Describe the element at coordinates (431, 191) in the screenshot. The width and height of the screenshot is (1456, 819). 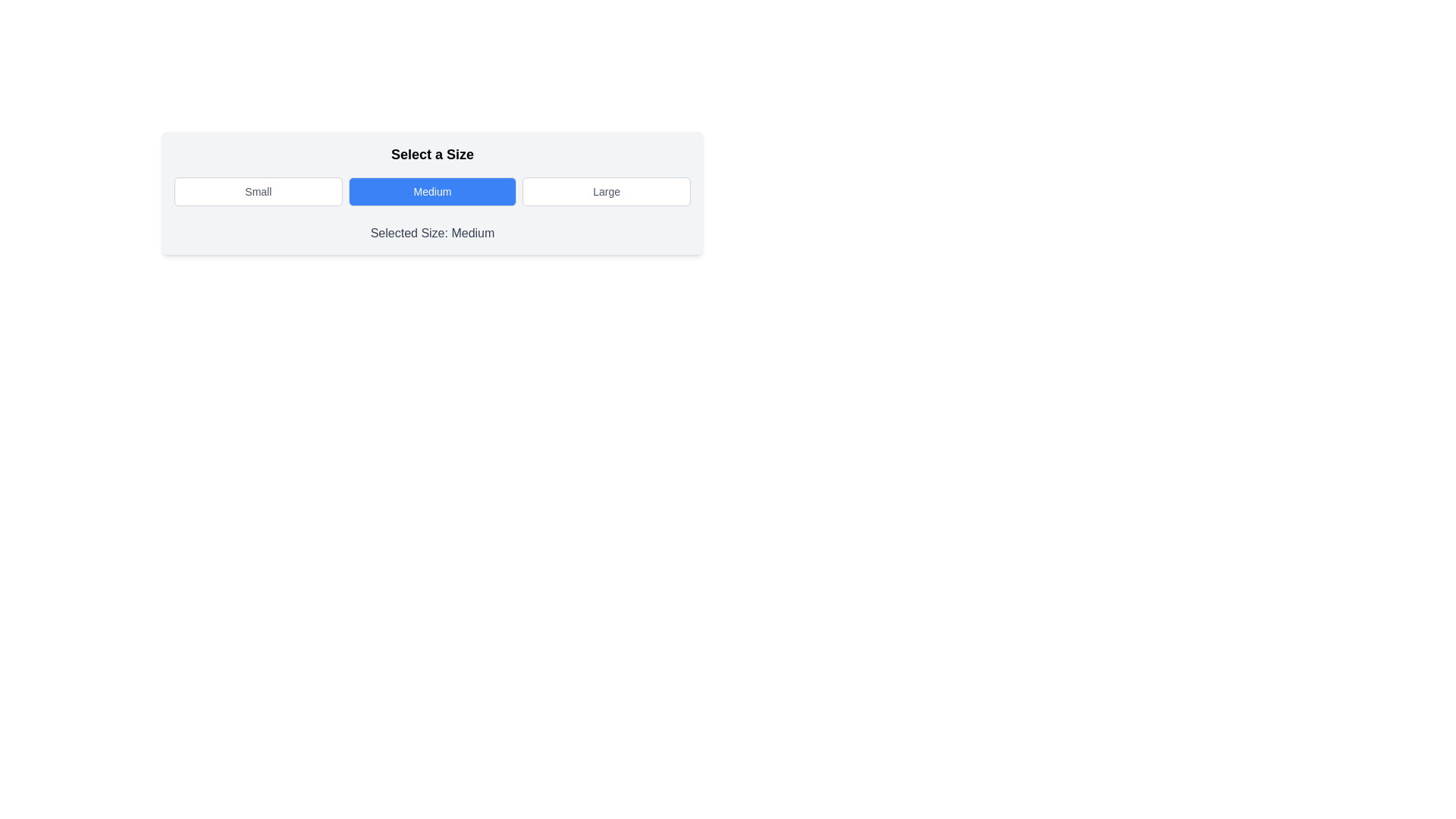
I see `the 'Medium' size option button` at that location.